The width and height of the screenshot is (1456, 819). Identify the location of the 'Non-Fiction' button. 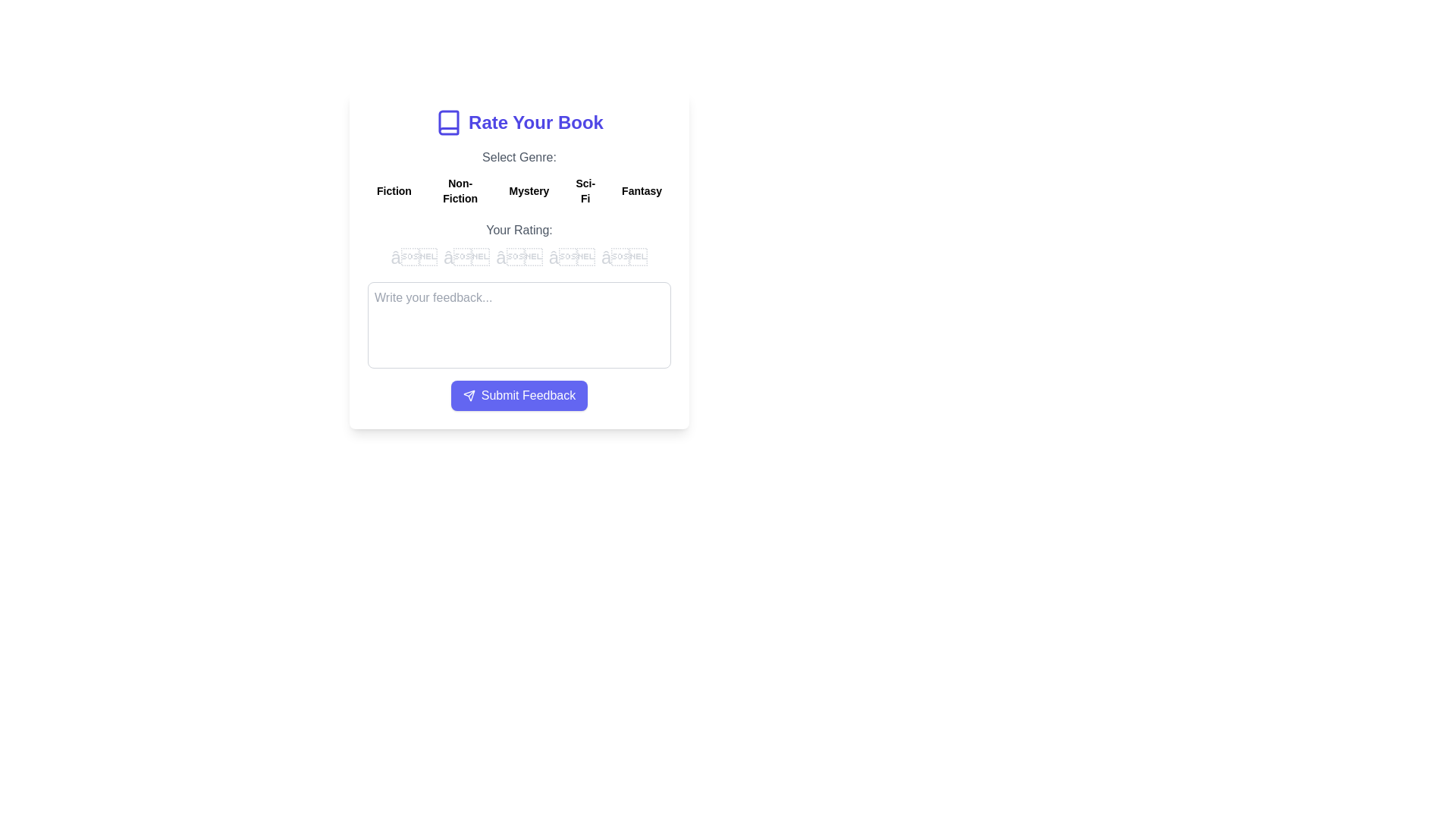
(460, 190).